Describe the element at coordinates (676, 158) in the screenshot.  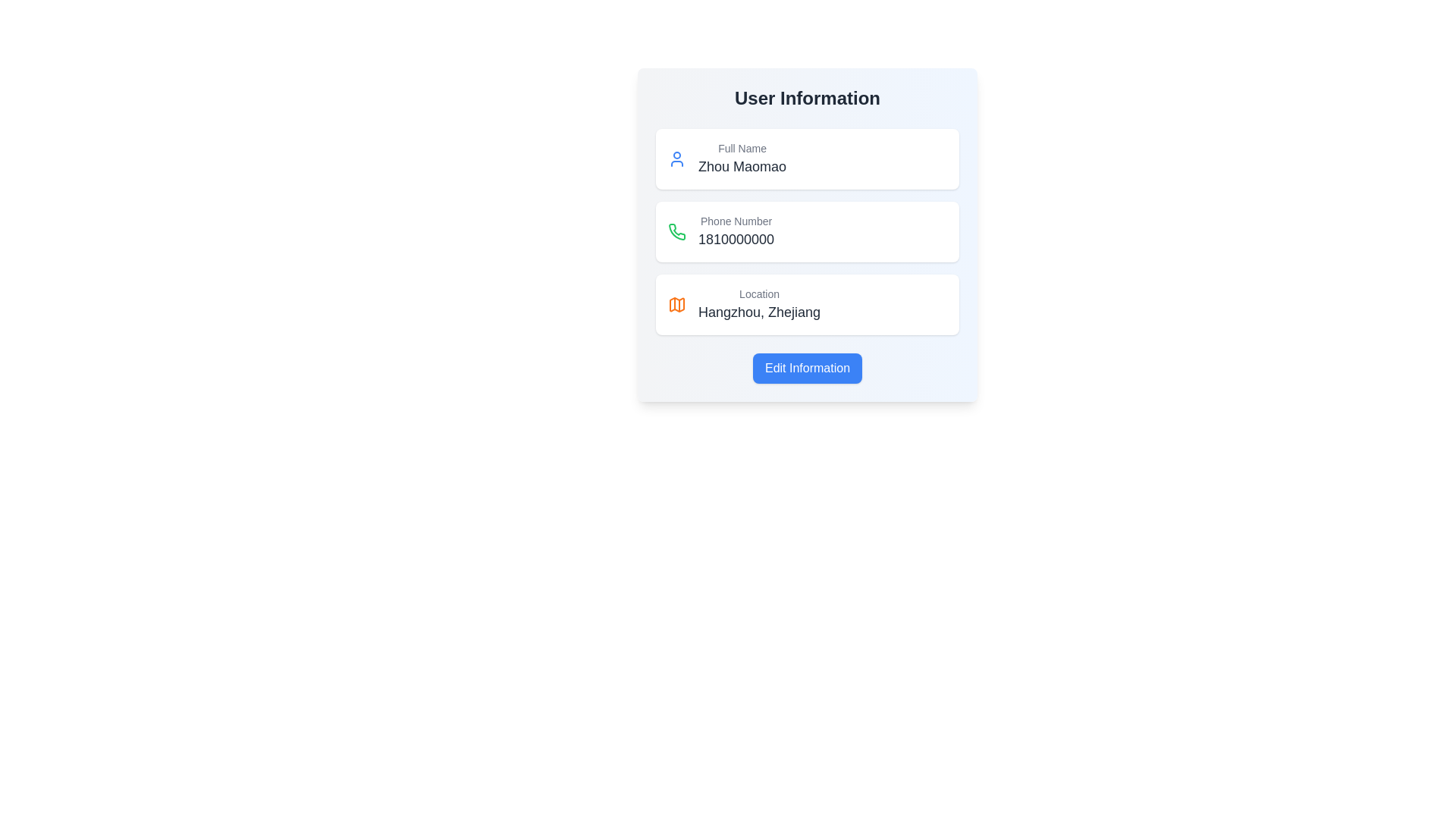
I see `the icon representing the 'Full Name' field, located on the upper left side inside the first row of the content section under 'User Information'` at that location.